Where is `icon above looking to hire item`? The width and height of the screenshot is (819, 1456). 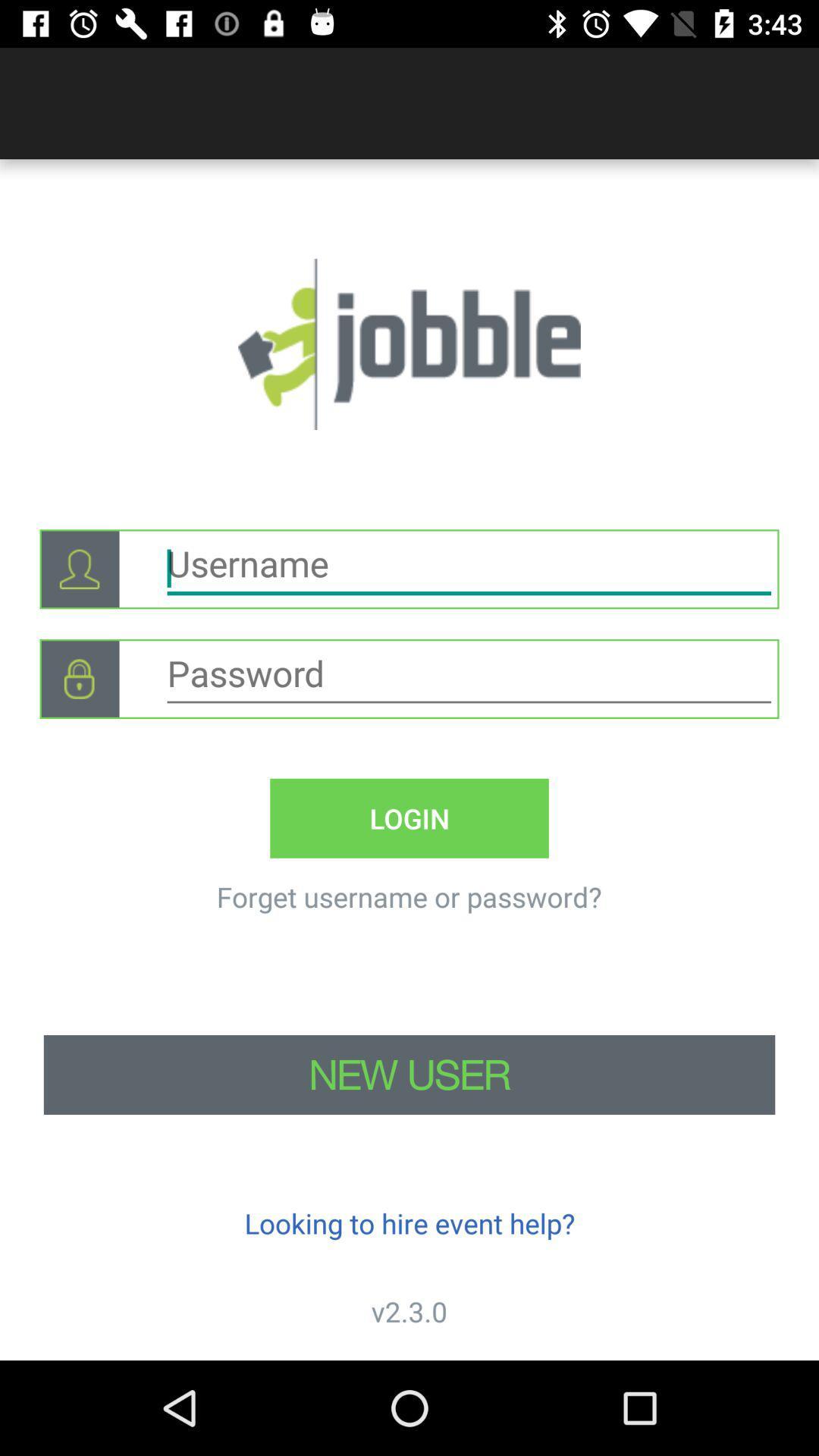 icon above looking to hire item is located at coordinates (409, 1074).